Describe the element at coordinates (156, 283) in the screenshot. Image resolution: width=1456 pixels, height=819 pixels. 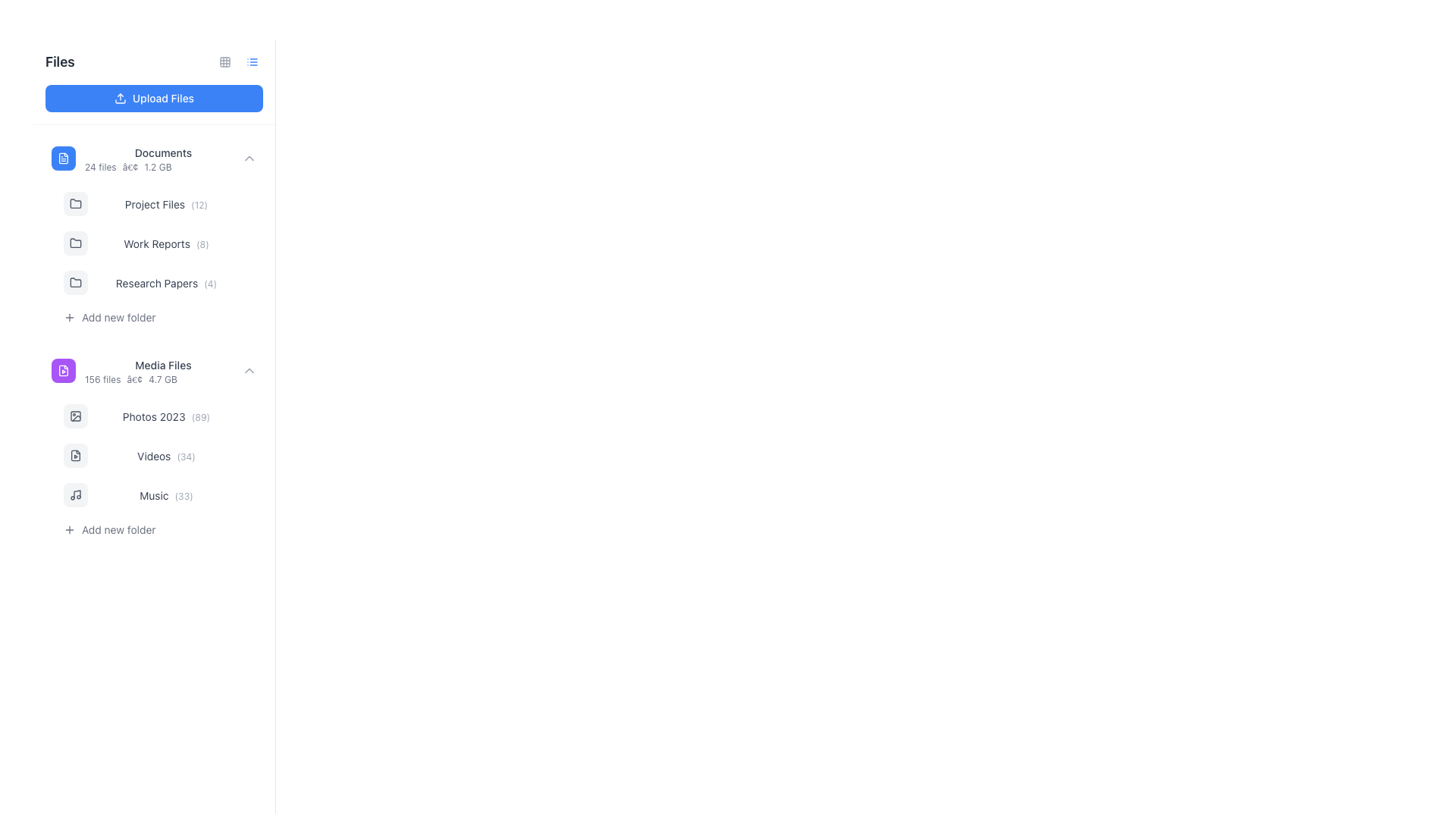
I see `the static text label 'Research Papers' which is part of a list under the 'Documents' section` at that location.